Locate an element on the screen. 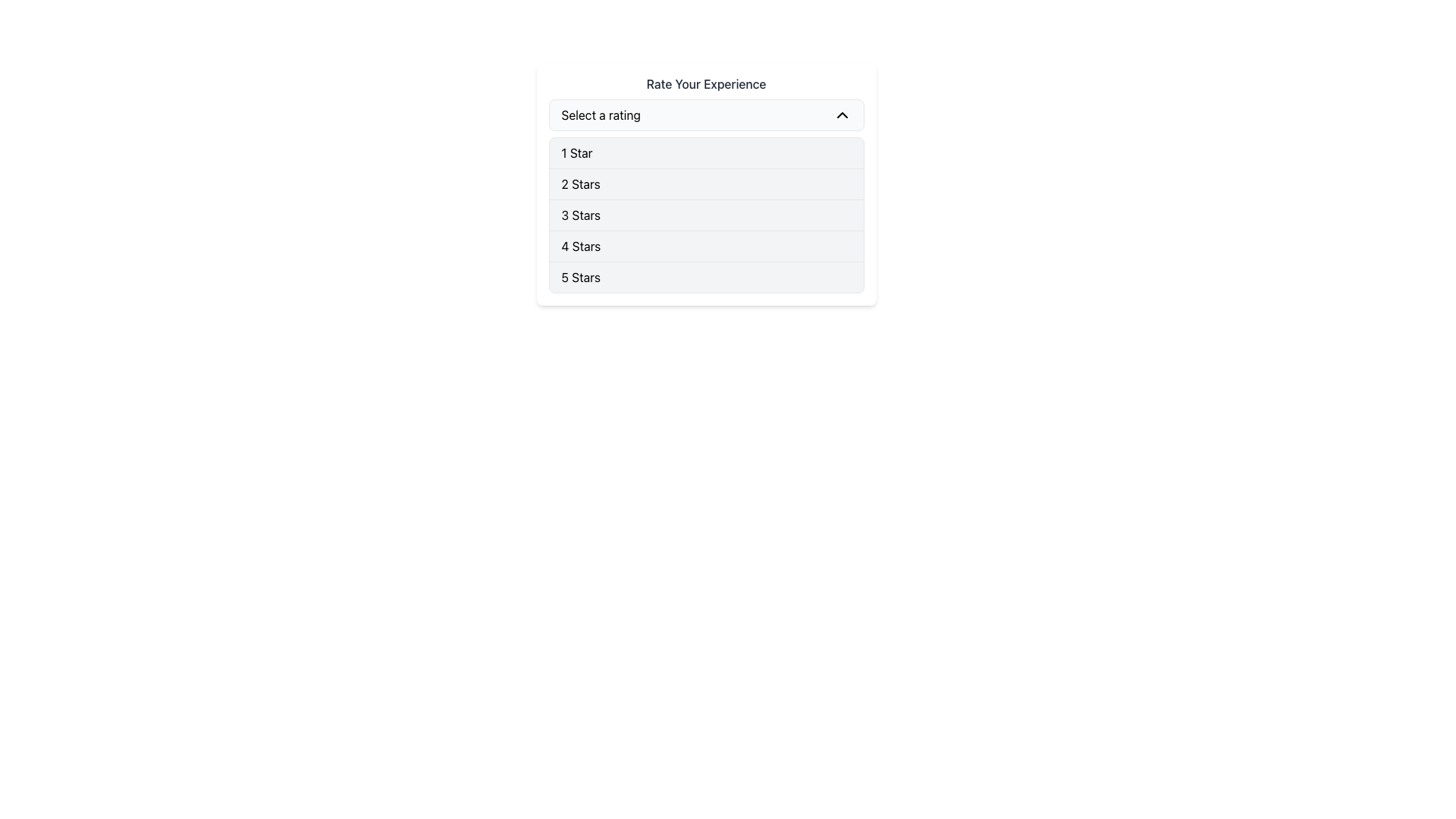 The image size is (1456, 819). the dropdown menu labeled 'Select a rating' is located at coordinates (705, 114).